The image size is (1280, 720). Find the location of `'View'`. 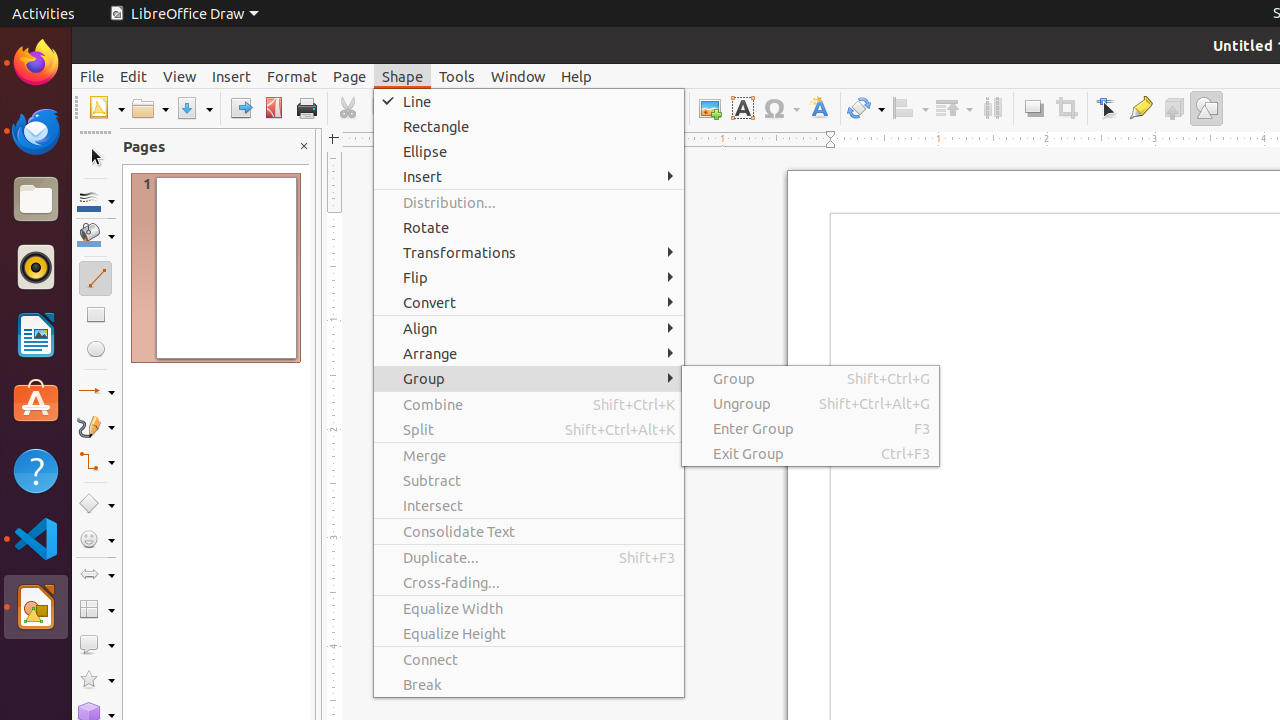

'View' is located at coordinates (179, 75).